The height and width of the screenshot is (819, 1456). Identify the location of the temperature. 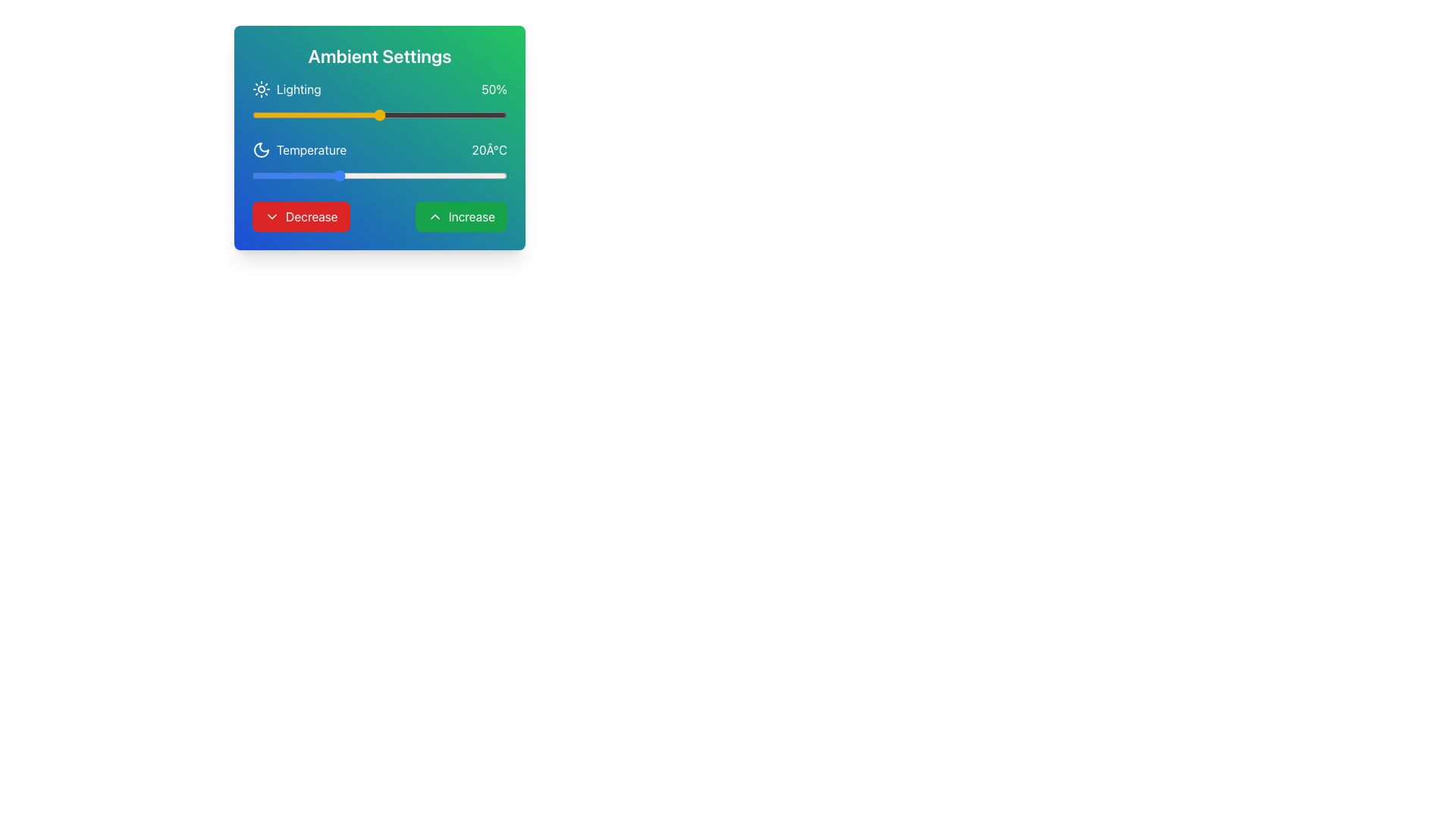
(337, 174).